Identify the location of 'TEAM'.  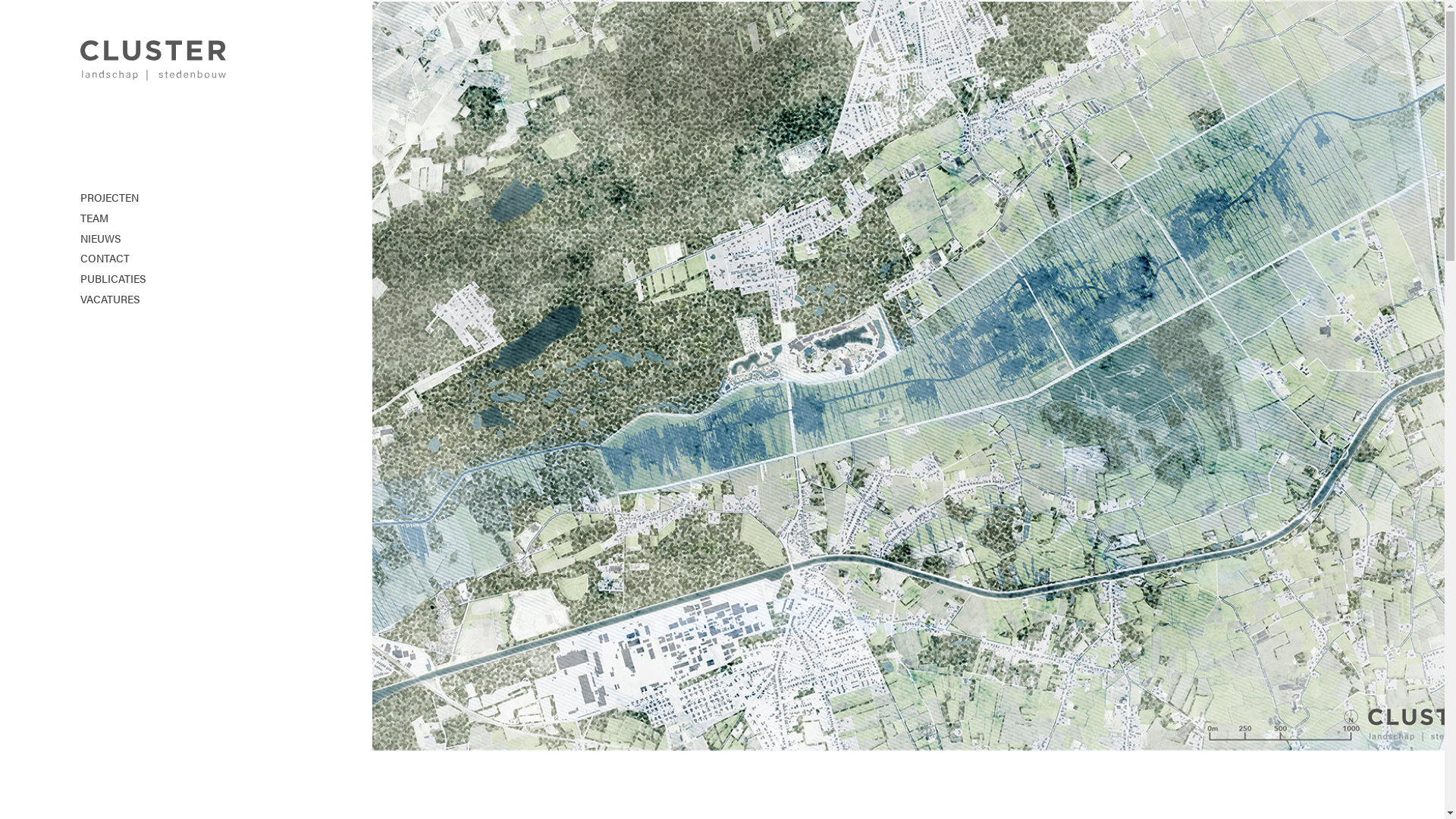
(79, 218).